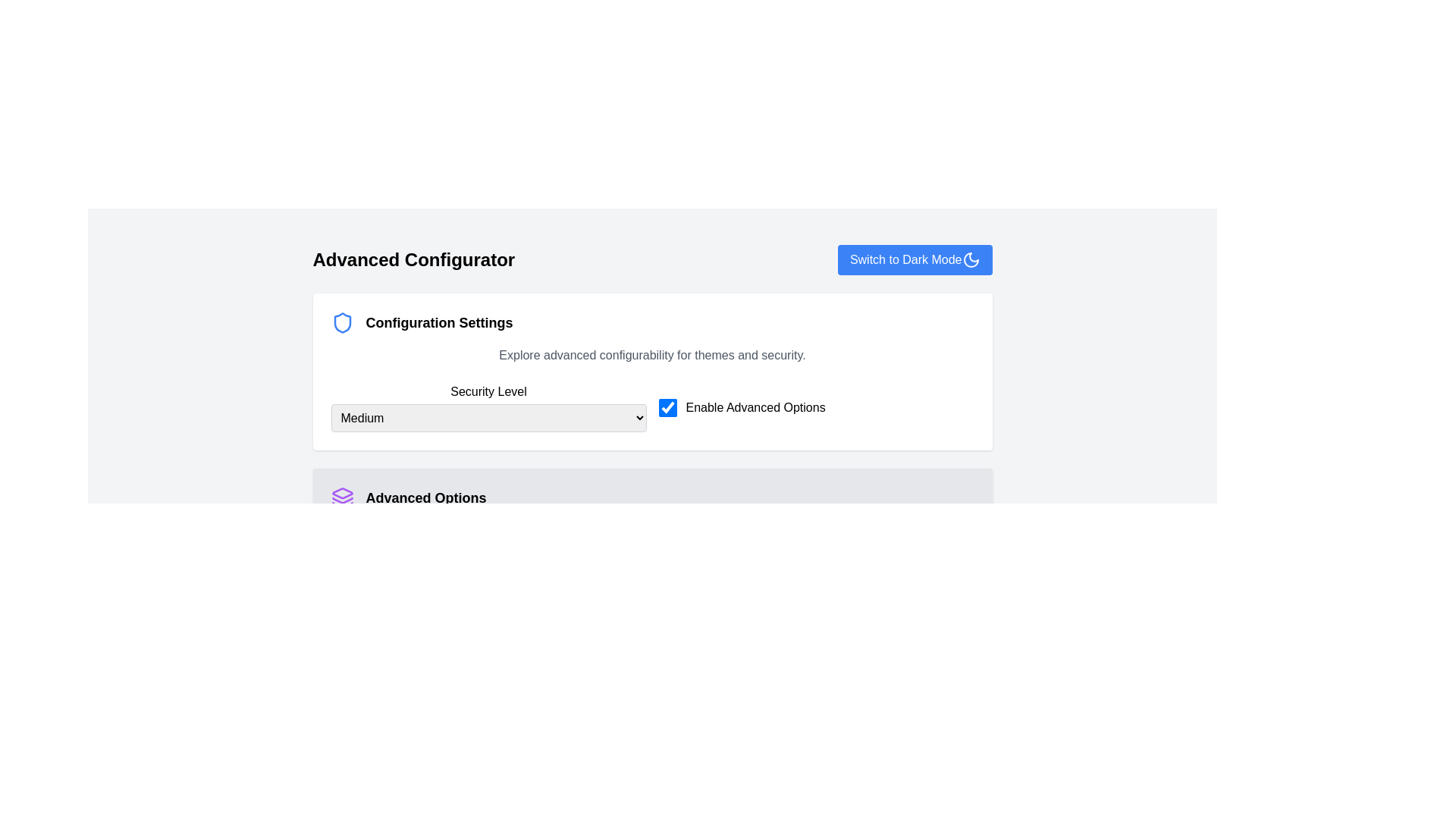 Image resolution: width=1456 pixels, height=819 pixels. I want to click on properties of the security icon located within the 'Configuration Settings' card, positioned to the left of the title text at the top of the card, so click(341, 322).